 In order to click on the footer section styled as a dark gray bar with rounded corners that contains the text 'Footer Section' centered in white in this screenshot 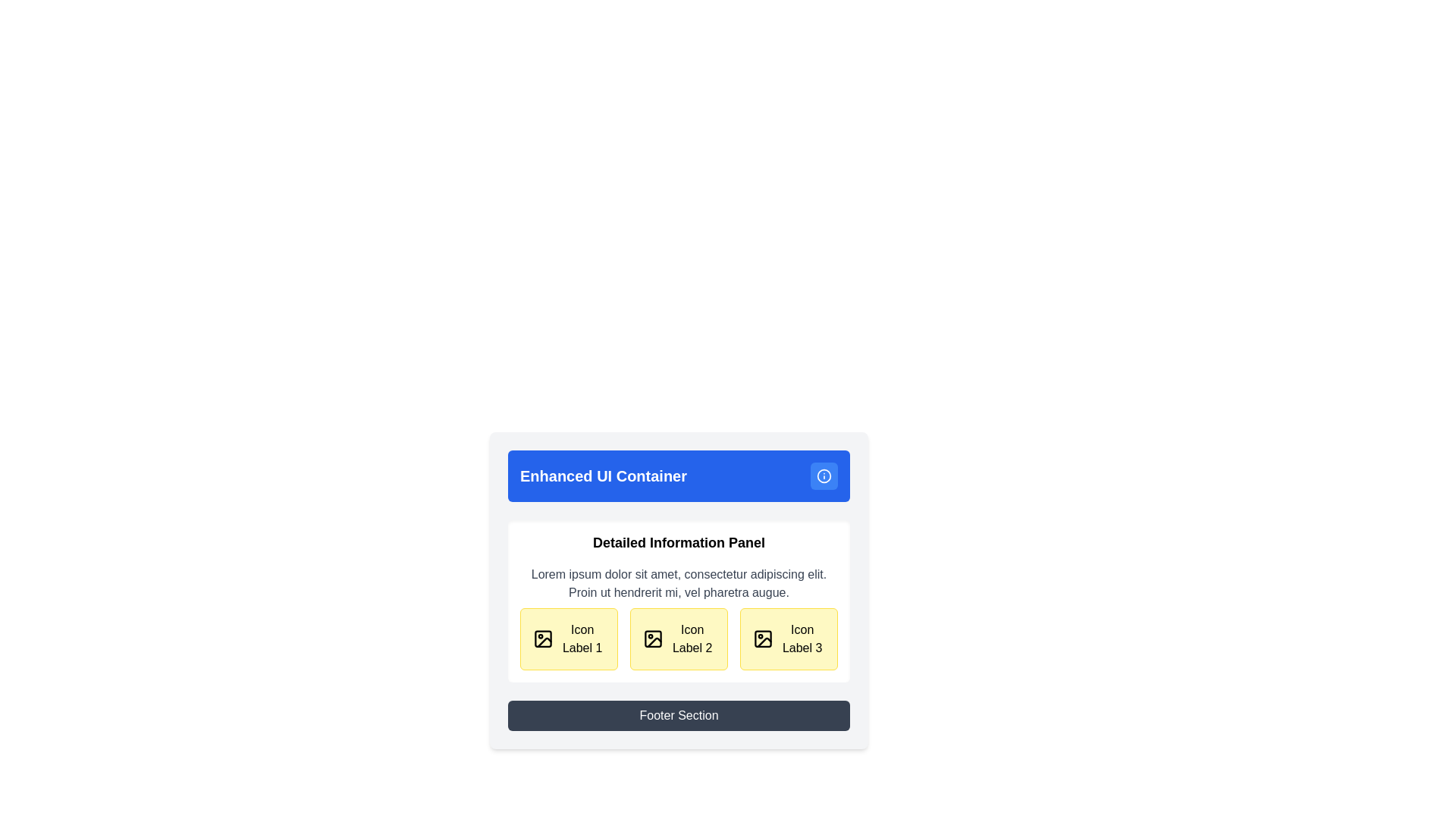, I will do `click(678, 716)`.